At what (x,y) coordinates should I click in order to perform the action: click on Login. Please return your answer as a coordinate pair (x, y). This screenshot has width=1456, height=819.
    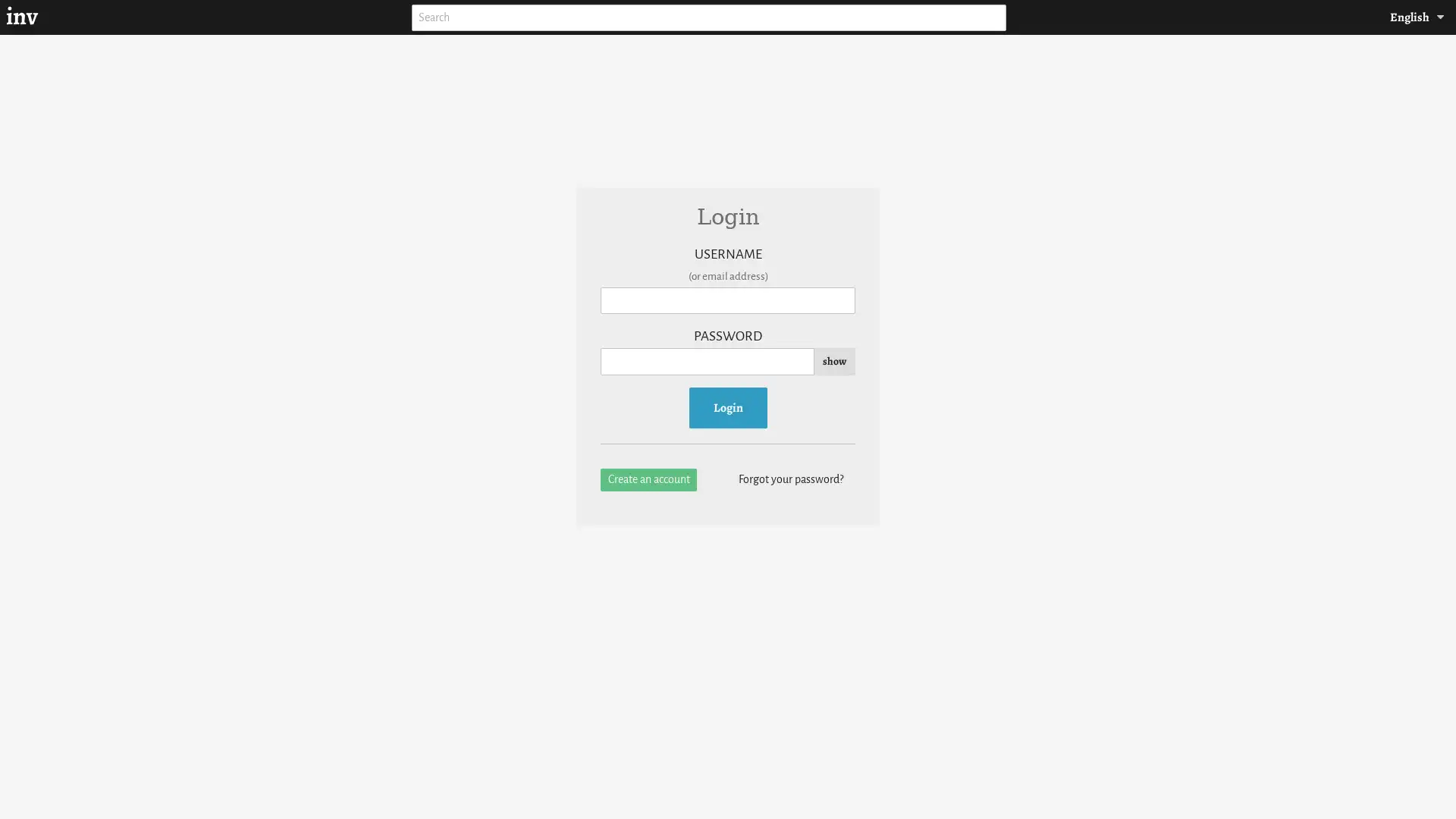
    Looking at the image, I should click on (726, 406).